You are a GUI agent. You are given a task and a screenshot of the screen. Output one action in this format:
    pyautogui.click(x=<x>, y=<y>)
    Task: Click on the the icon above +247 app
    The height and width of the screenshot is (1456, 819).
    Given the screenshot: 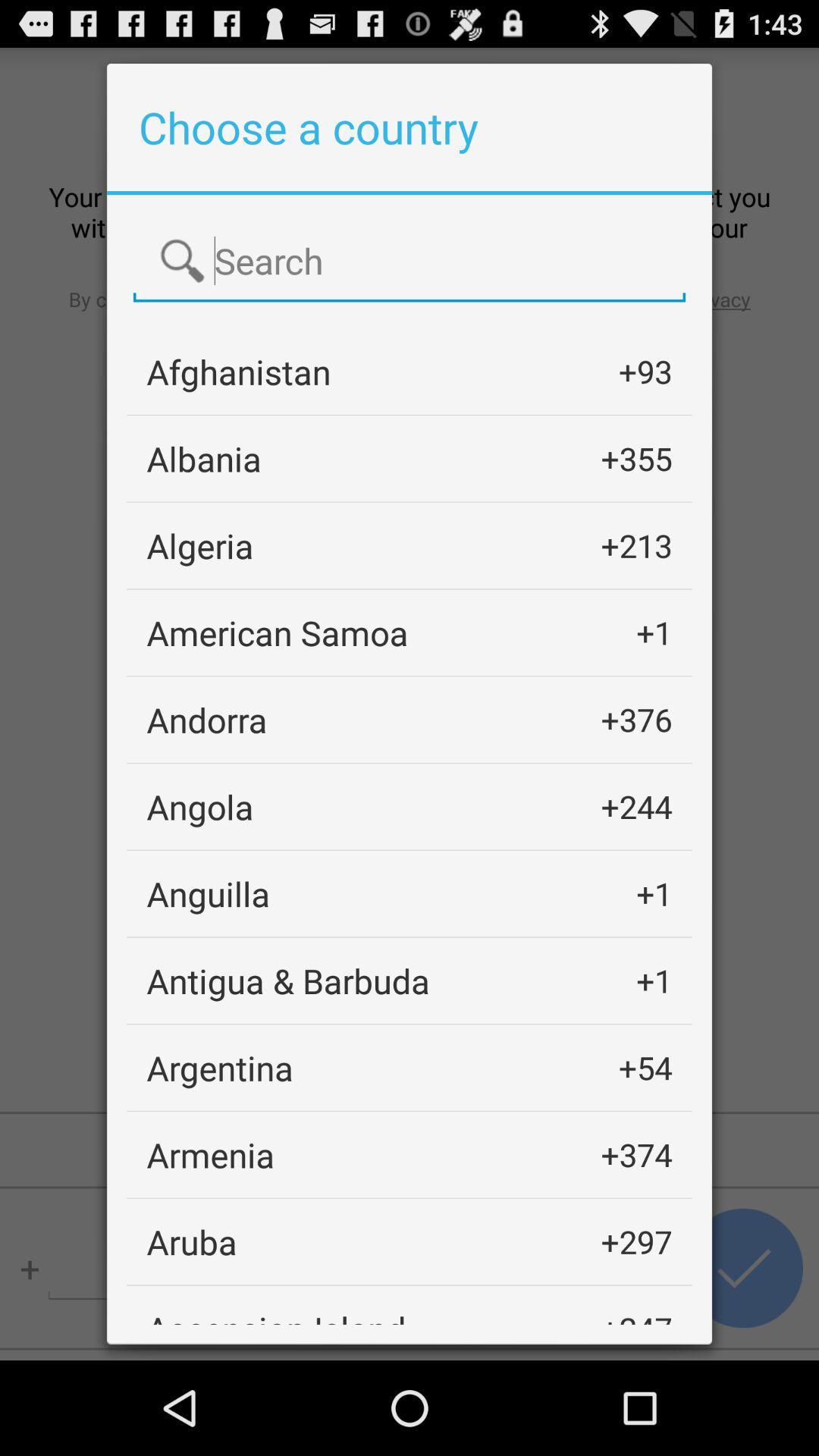 What is the action you would take?
    pyautogui.click(x=636, y=1241)
    